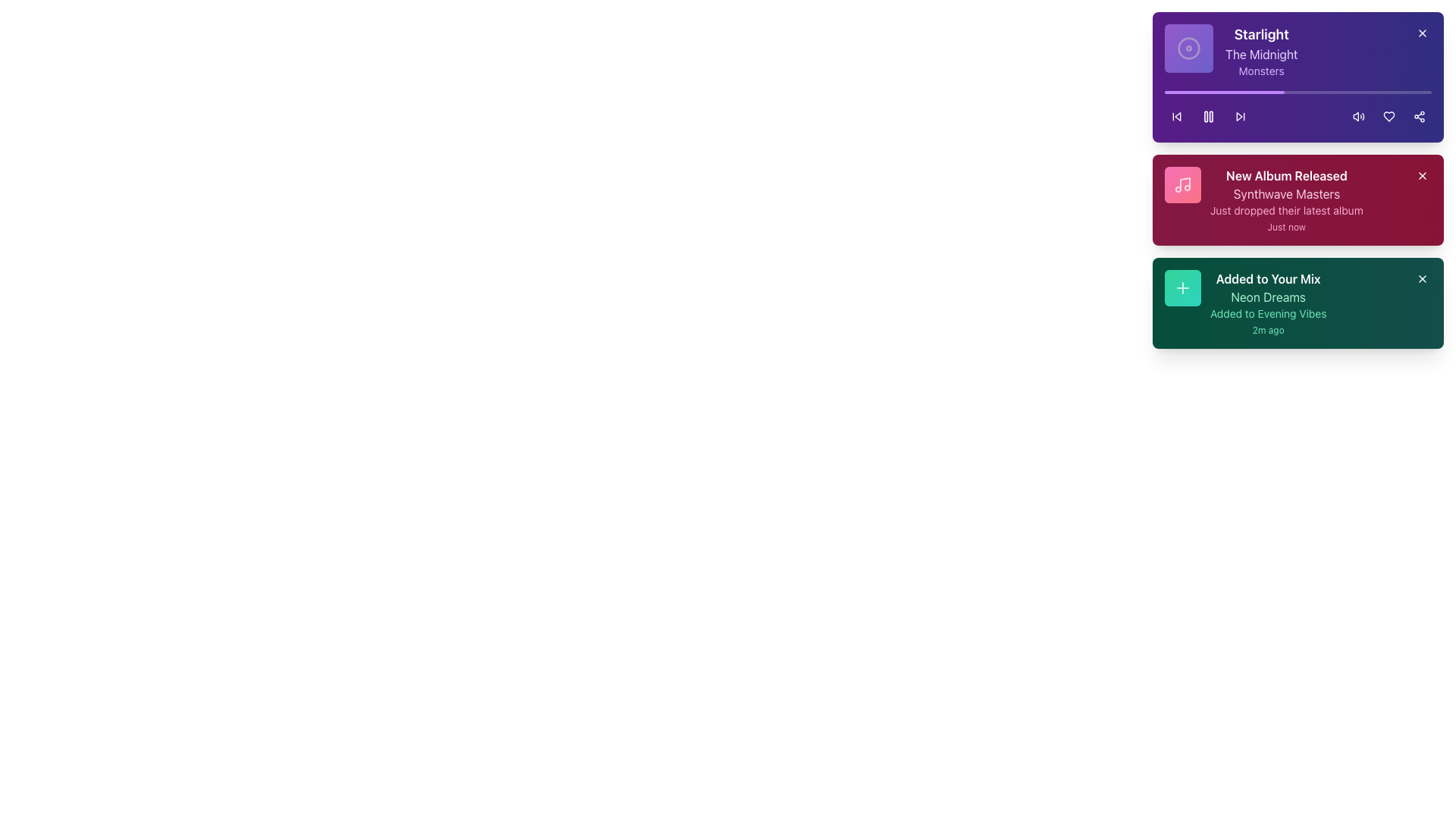  What do you see at coordinates (1261, 34) in the screenshot?
I see `the title Text label of the notification located at the top-left corner of the notification with a purple background` at bounding box center [1261, 34].